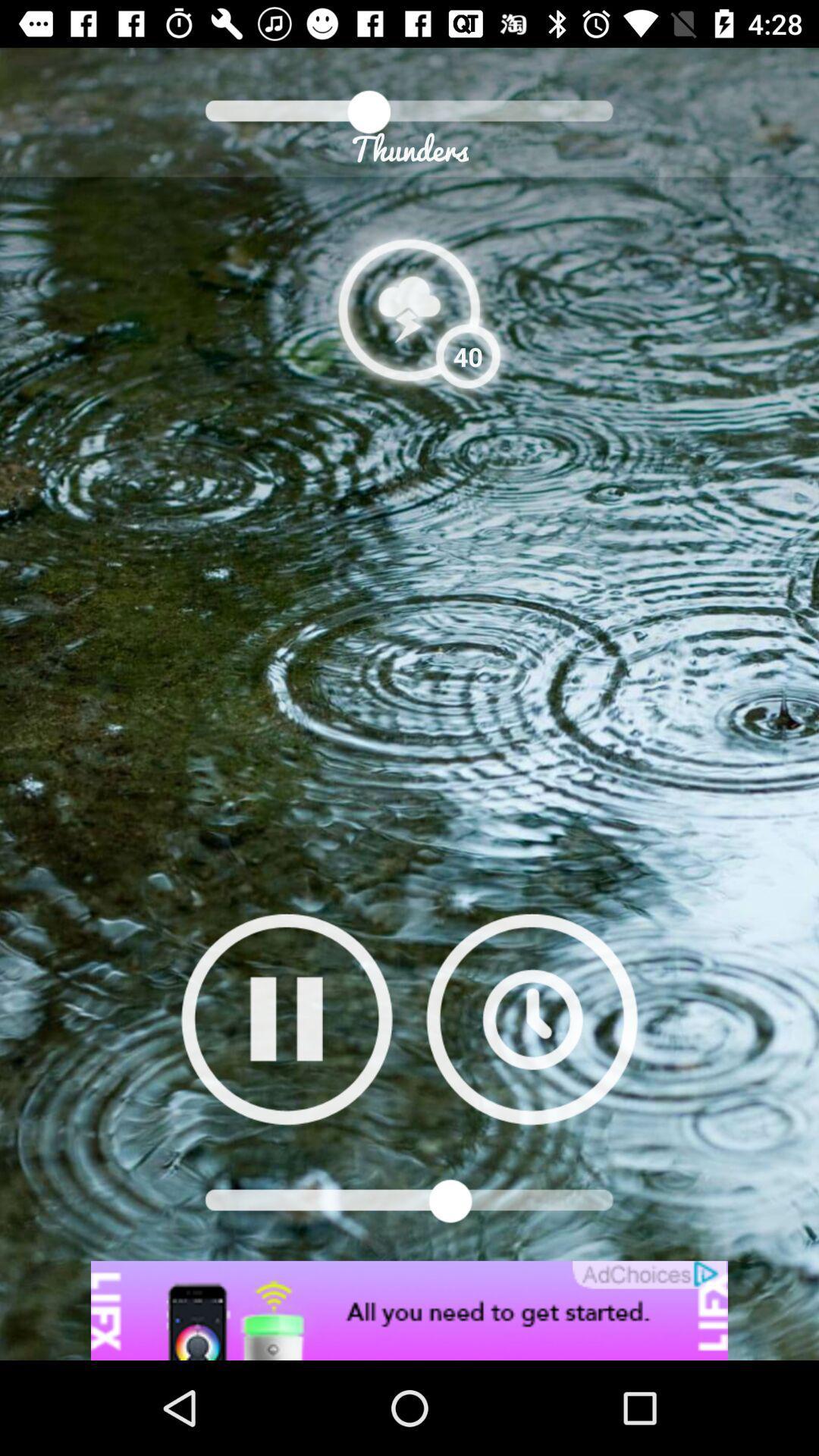  I want to click on external advertisement, so click(409, 1310).